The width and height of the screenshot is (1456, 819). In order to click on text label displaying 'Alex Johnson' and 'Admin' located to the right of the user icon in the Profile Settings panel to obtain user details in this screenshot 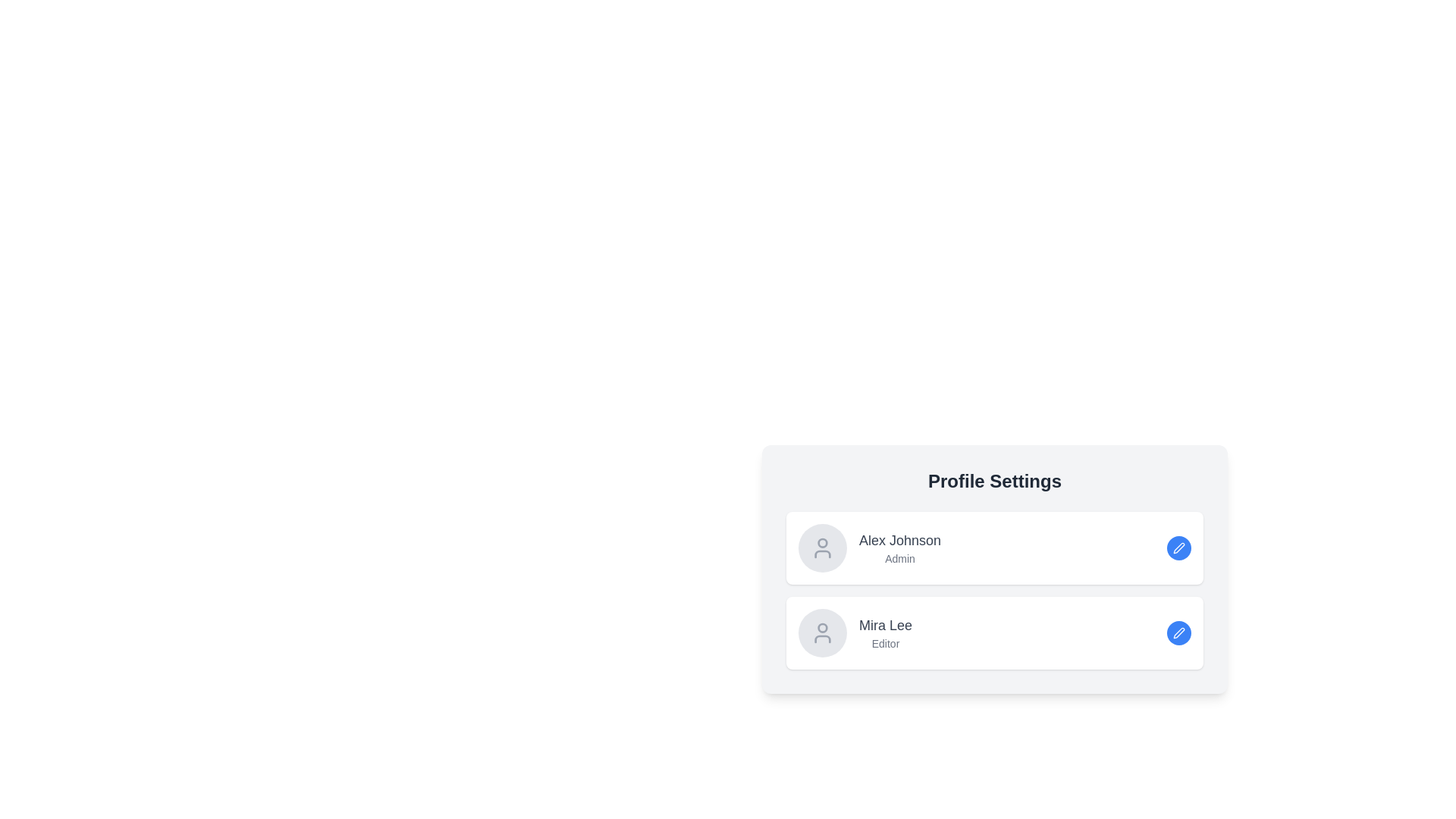, I will do `click(899, 548)`.